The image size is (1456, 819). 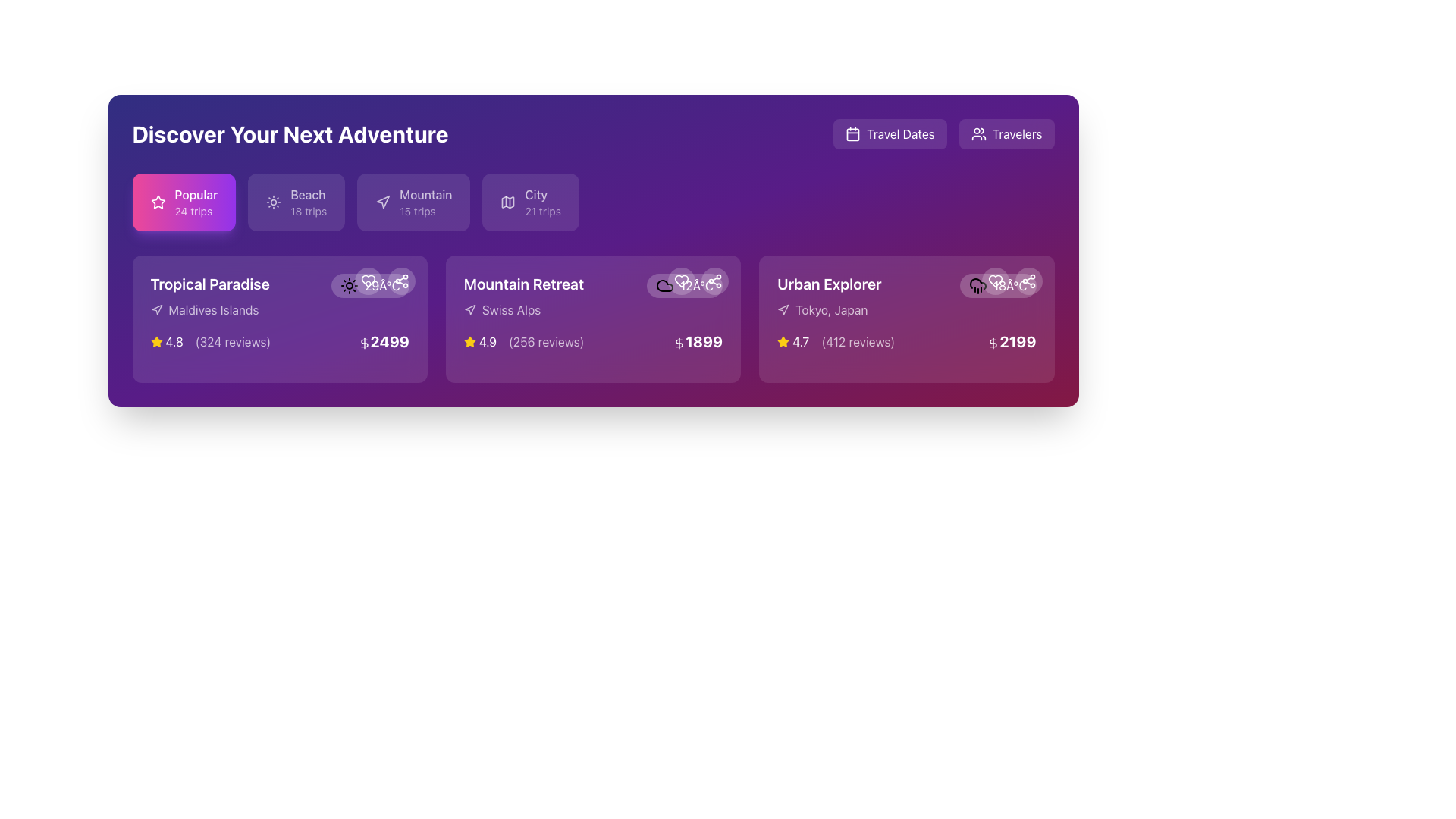 I want to click on the visual details of the navigation icon located at the top-right corner of the 'Mountain Retreat' card, so click(x=469, y=309).